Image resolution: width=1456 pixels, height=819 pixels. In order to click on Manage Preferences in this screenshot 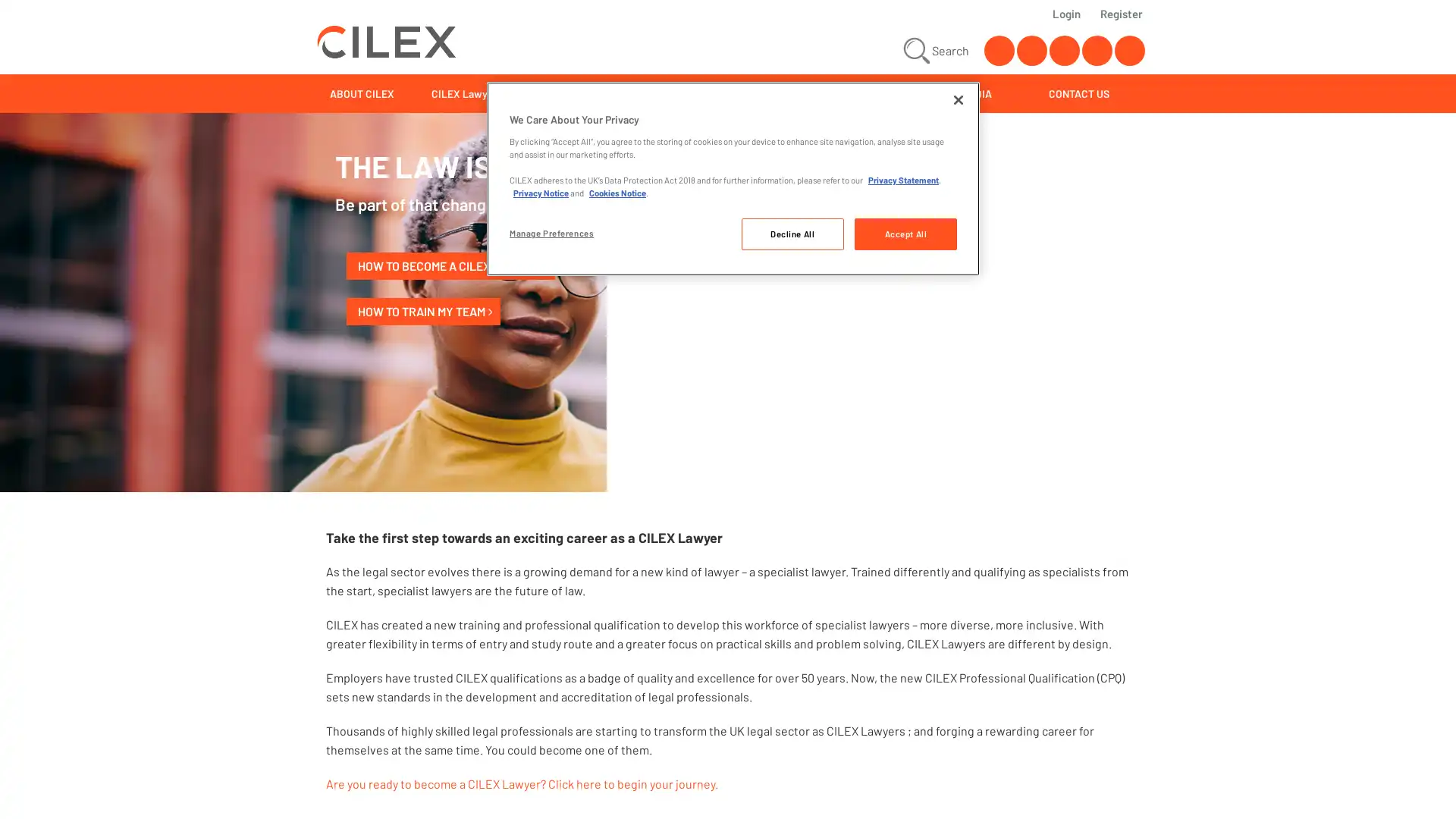, I will do `click(560, 233)`.